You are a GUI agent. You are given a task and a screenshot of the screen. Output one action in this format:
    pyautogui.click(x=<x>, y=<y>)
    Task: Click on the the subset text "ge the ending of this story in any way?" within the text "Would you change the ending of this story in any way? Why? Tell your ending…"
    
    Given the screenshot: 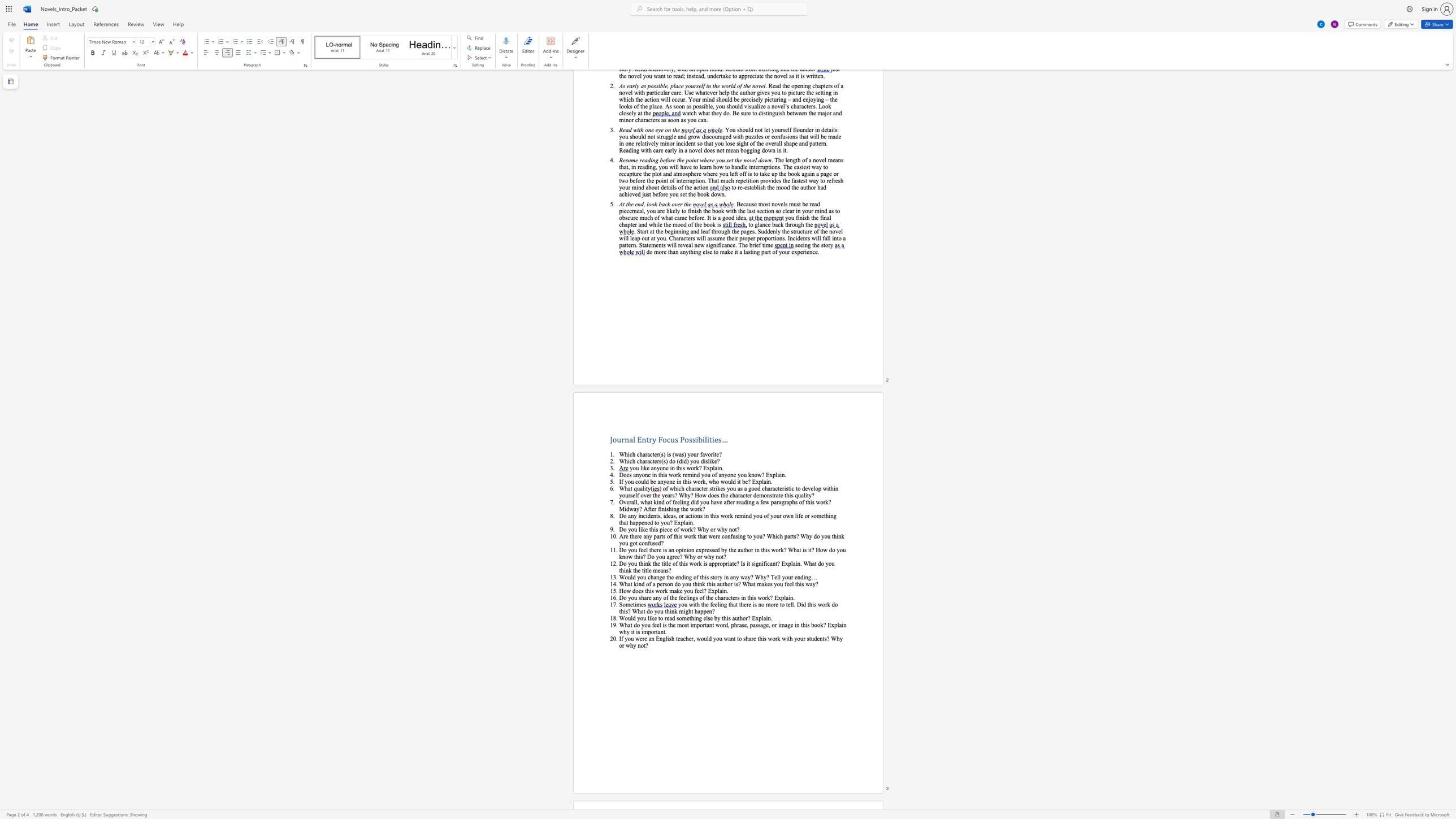 What is the action you would take?
    pyautogui.click(x=658, y=577)
    